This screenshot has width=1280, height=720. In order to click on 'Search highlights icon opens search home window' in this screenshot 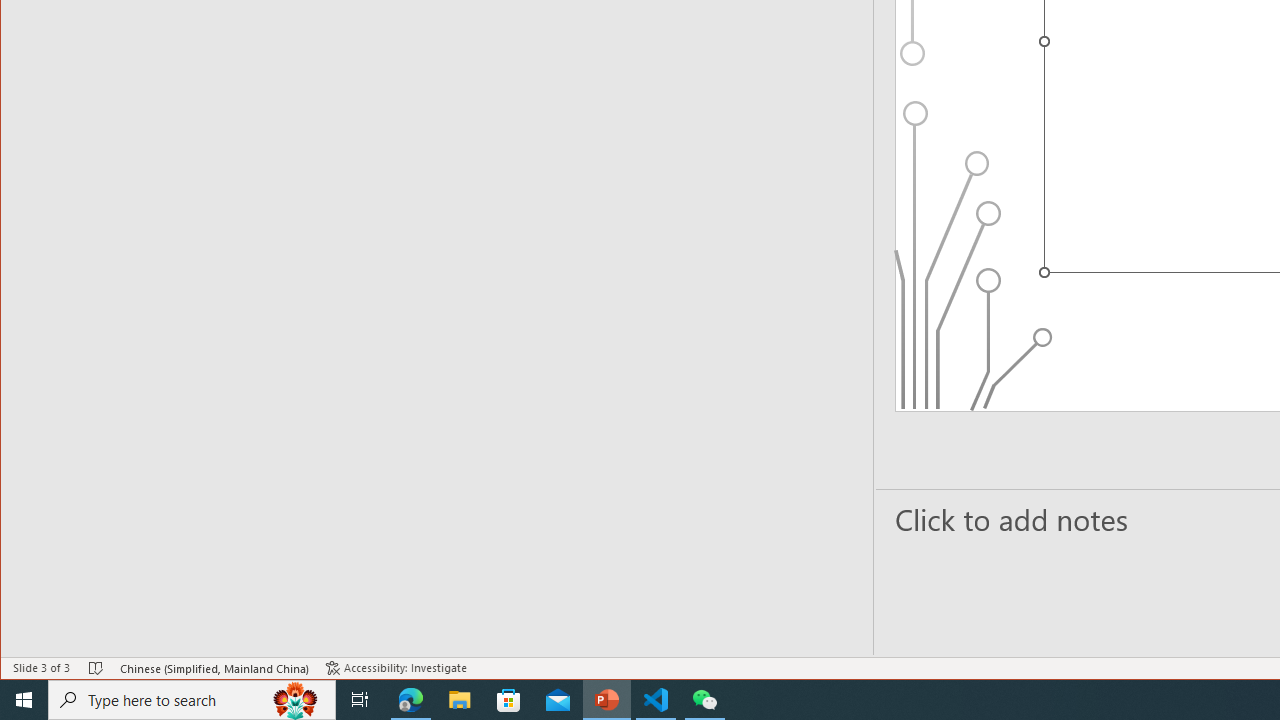, I will do `click(294, 698)`.